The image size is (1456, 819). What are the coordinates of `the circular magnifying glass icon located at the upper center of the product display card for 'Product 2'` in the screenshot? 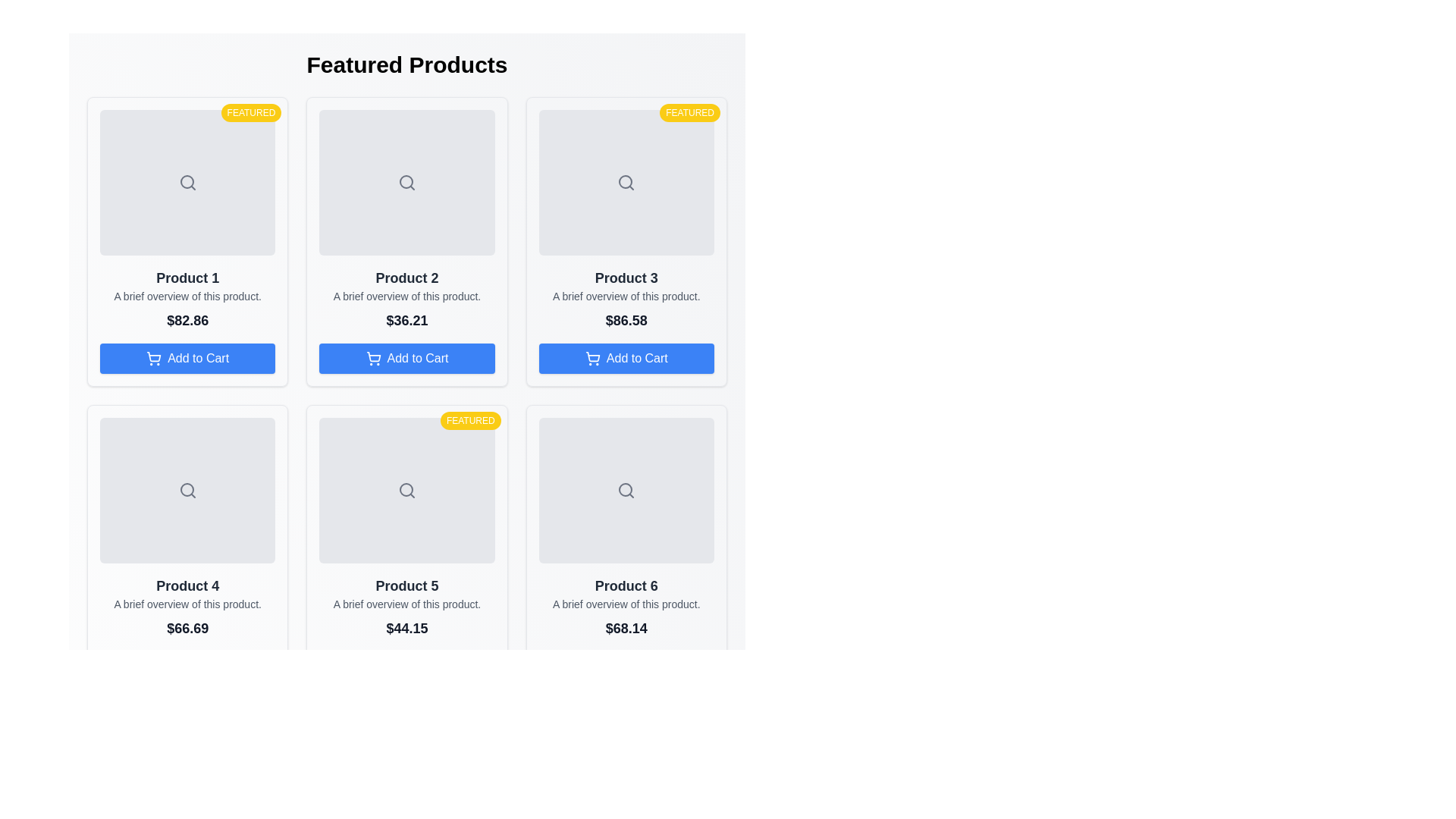 It's located at (406, 180).